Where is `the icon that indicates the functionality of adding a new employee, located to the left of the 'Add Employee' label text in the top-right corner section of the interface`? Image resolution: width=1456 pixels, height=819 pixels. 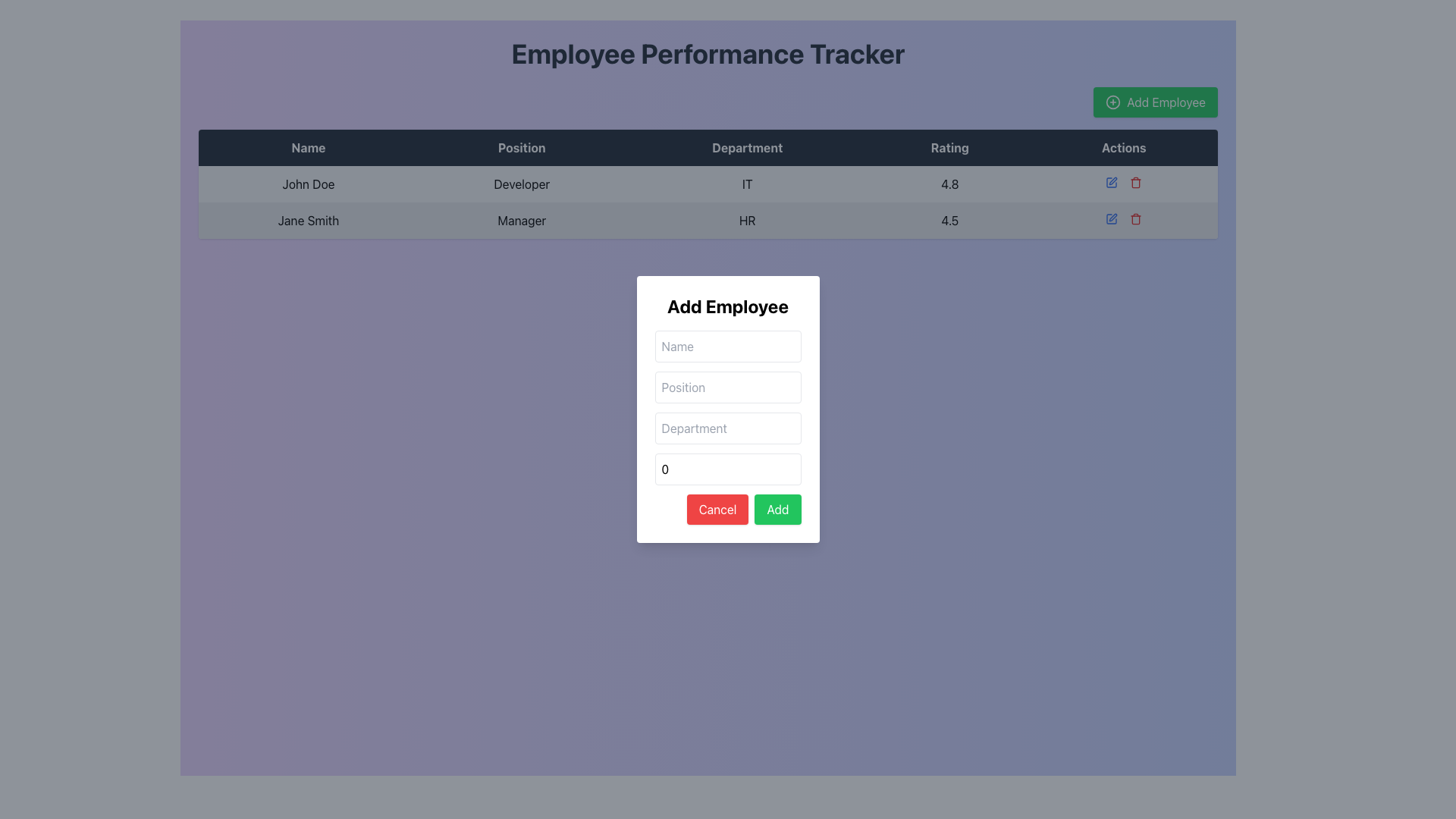 the icon that indicates the functionality of adding a new employee, located to the left of the 'Add Employee' label text in the top-right corner section of the interface is located at coordinates (1113, 102).